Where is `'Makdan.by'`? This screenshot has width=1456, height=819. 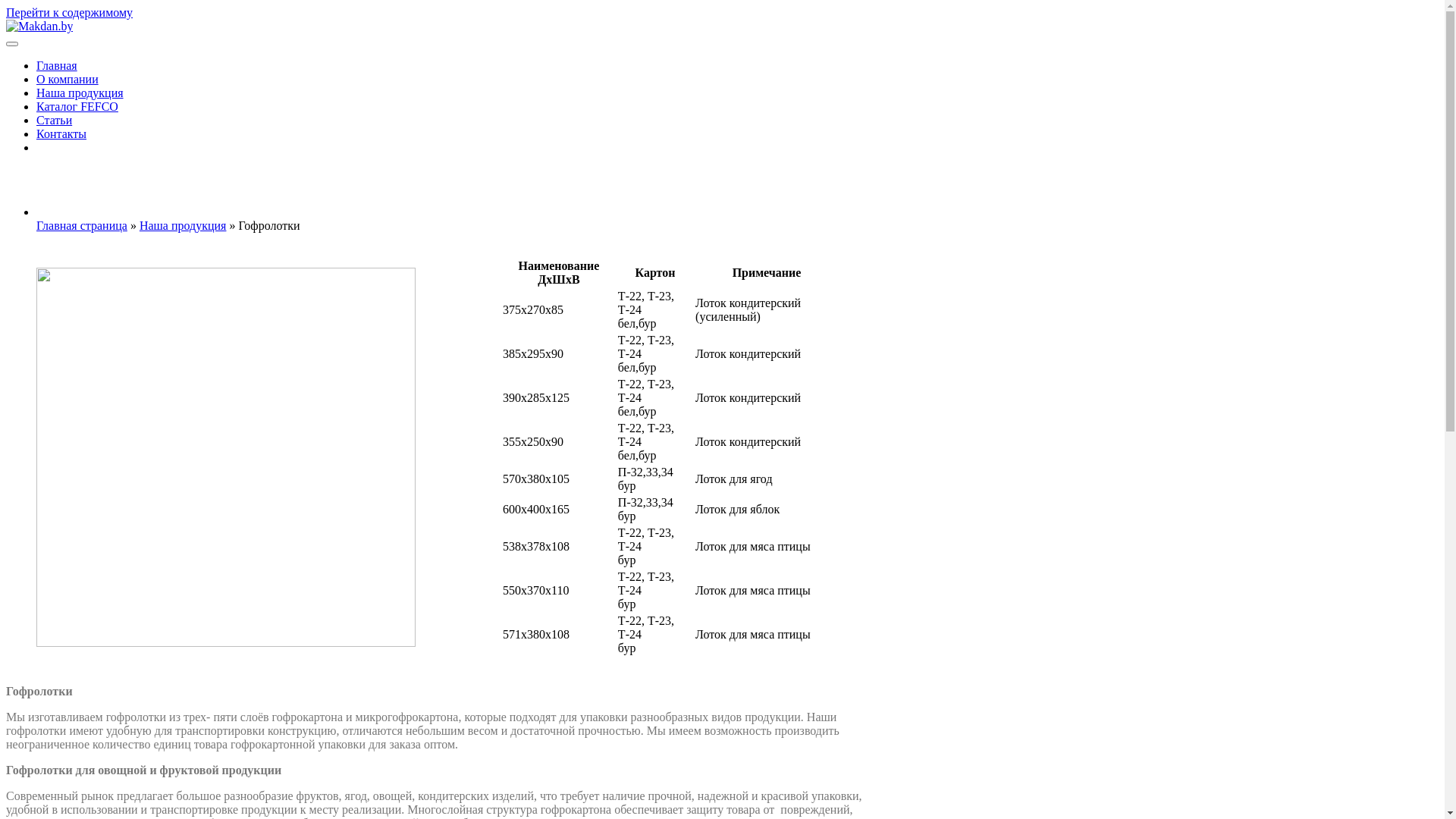
'Makdan.by' is located at coordinates (51, 58).